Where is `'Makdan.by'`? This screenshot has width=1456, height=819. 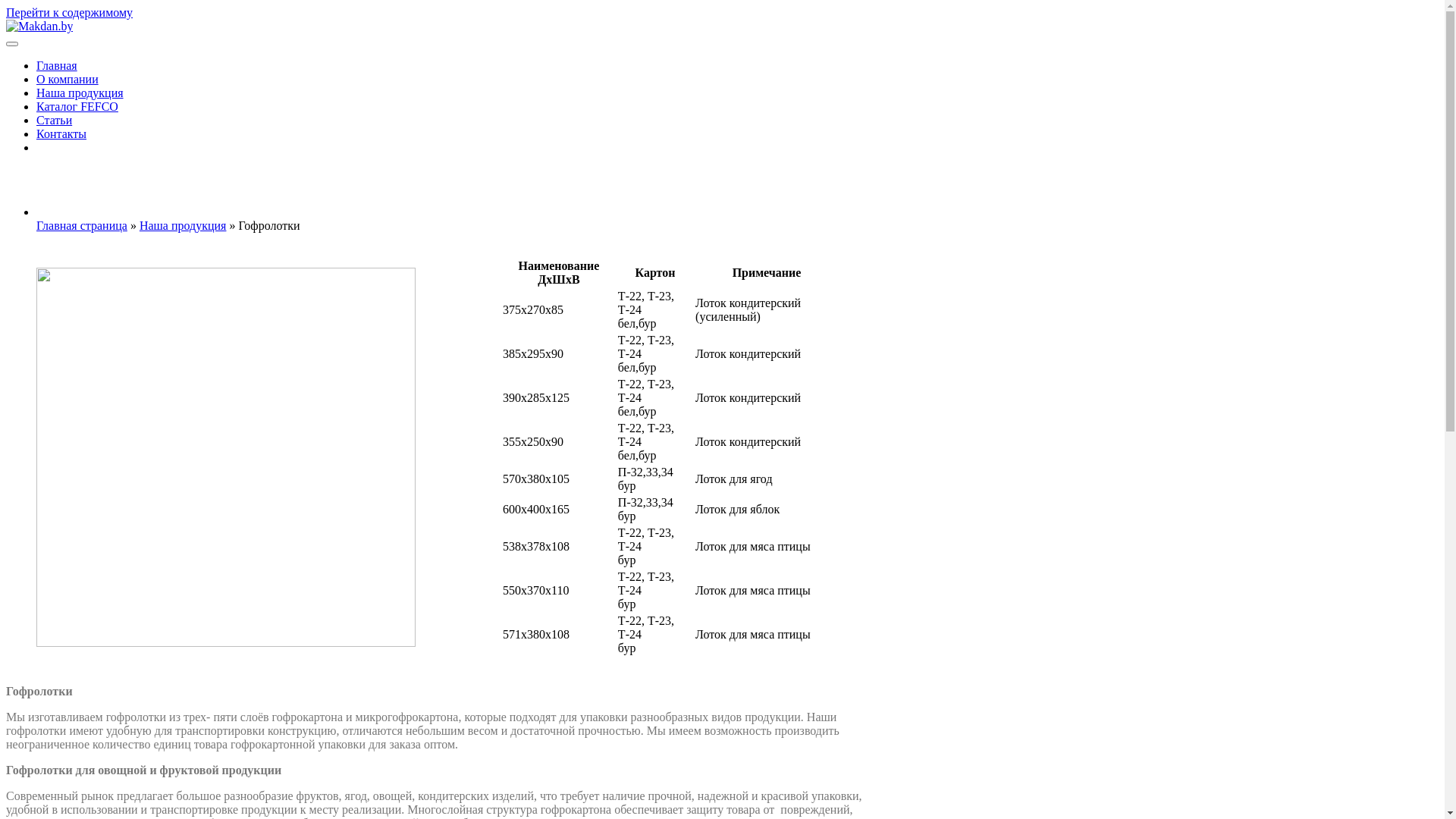
'Makdan.by' is located at coordinates (51, 58).